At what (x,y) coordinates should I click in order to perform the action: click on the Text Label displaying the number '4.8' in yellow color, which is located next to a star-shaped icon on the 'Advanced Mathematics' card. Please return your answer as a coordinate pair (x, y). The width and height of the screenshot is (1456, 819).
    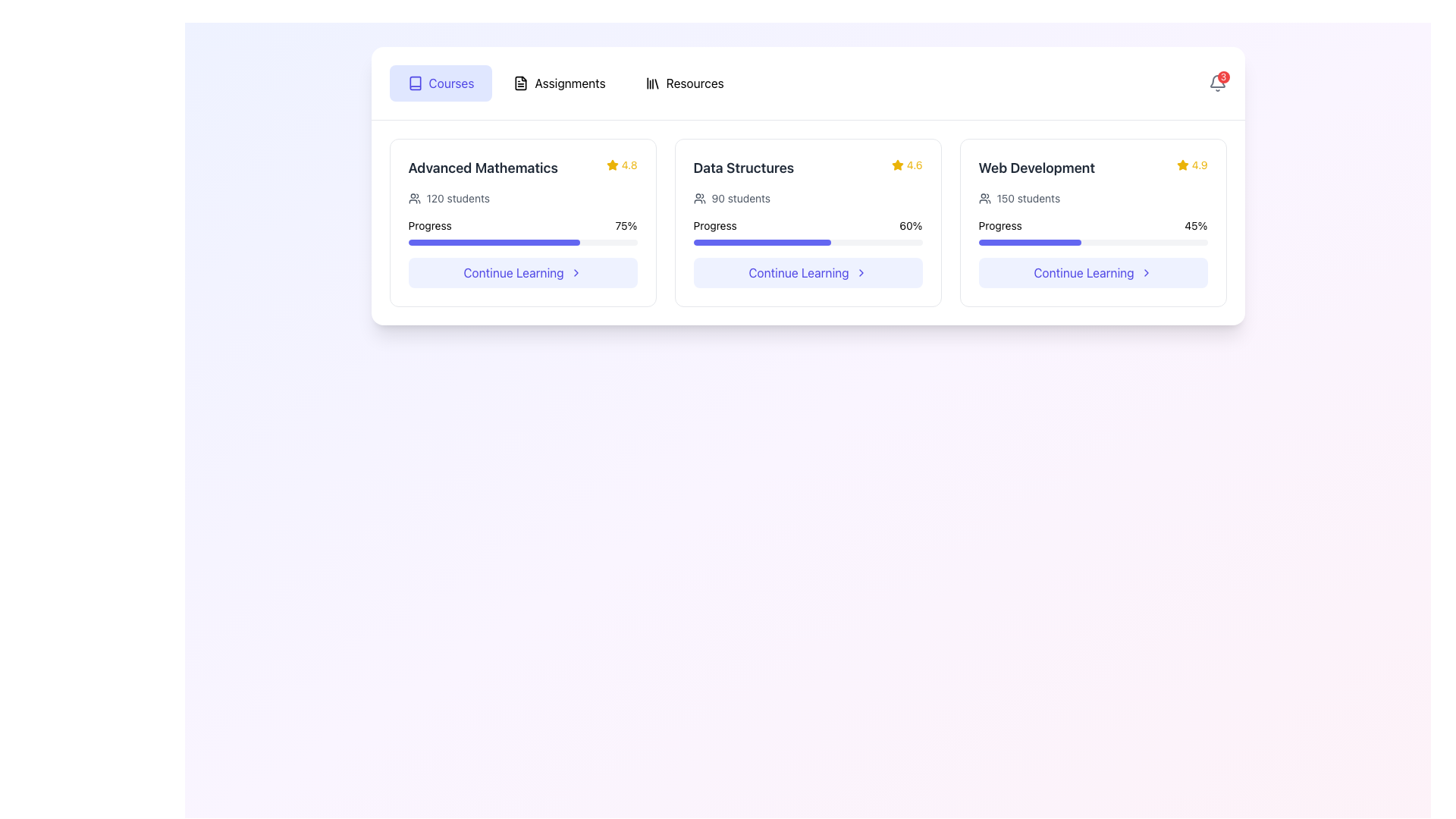
    Looking at the image, I should click on (629, 165).